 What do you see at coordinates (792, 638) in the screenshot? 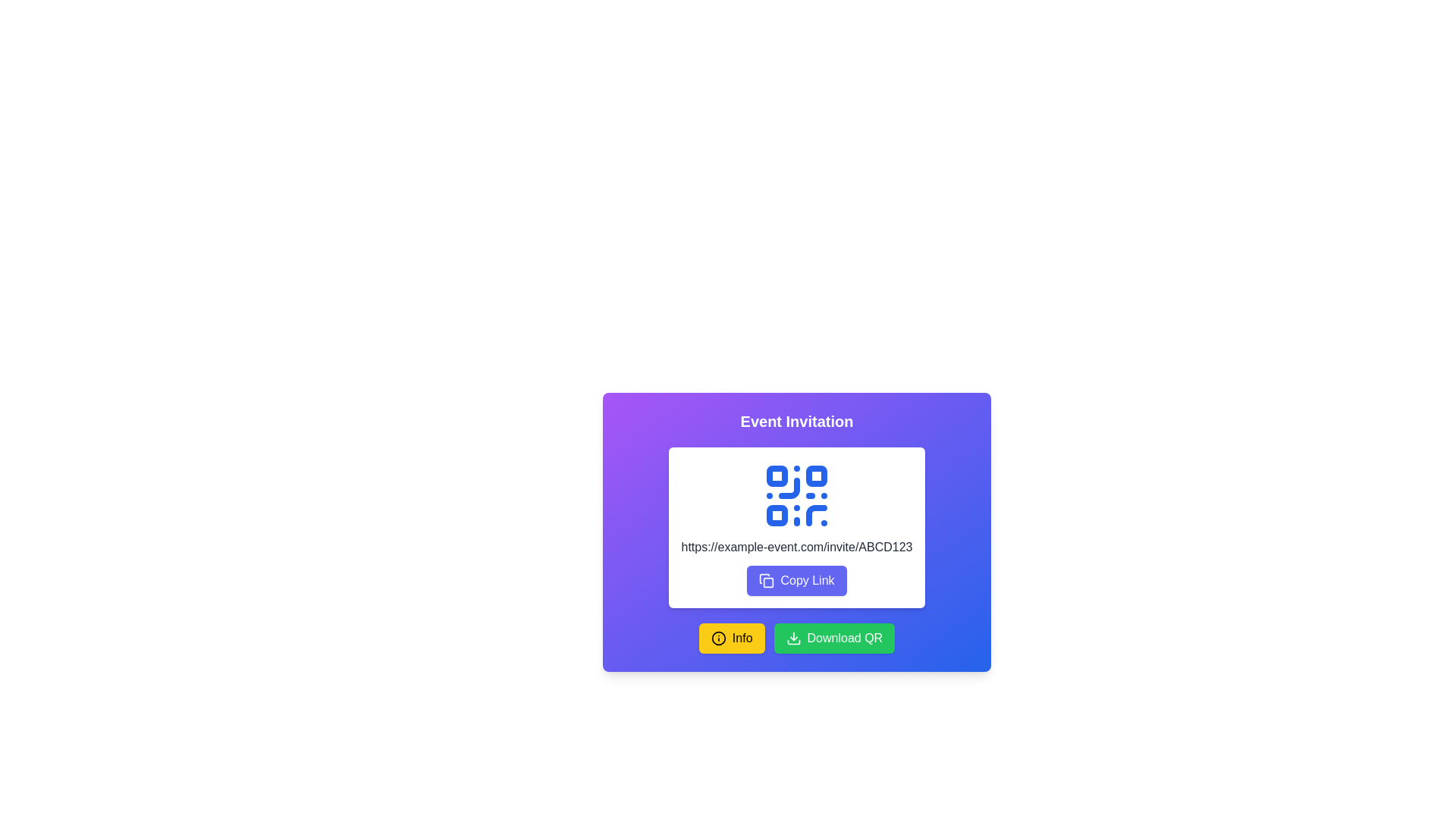
I see `the download icon inside the 'Download QR' button located at the bottom-right corner of the card with a purple and blue gradient background` at bounding box center [792, 638].